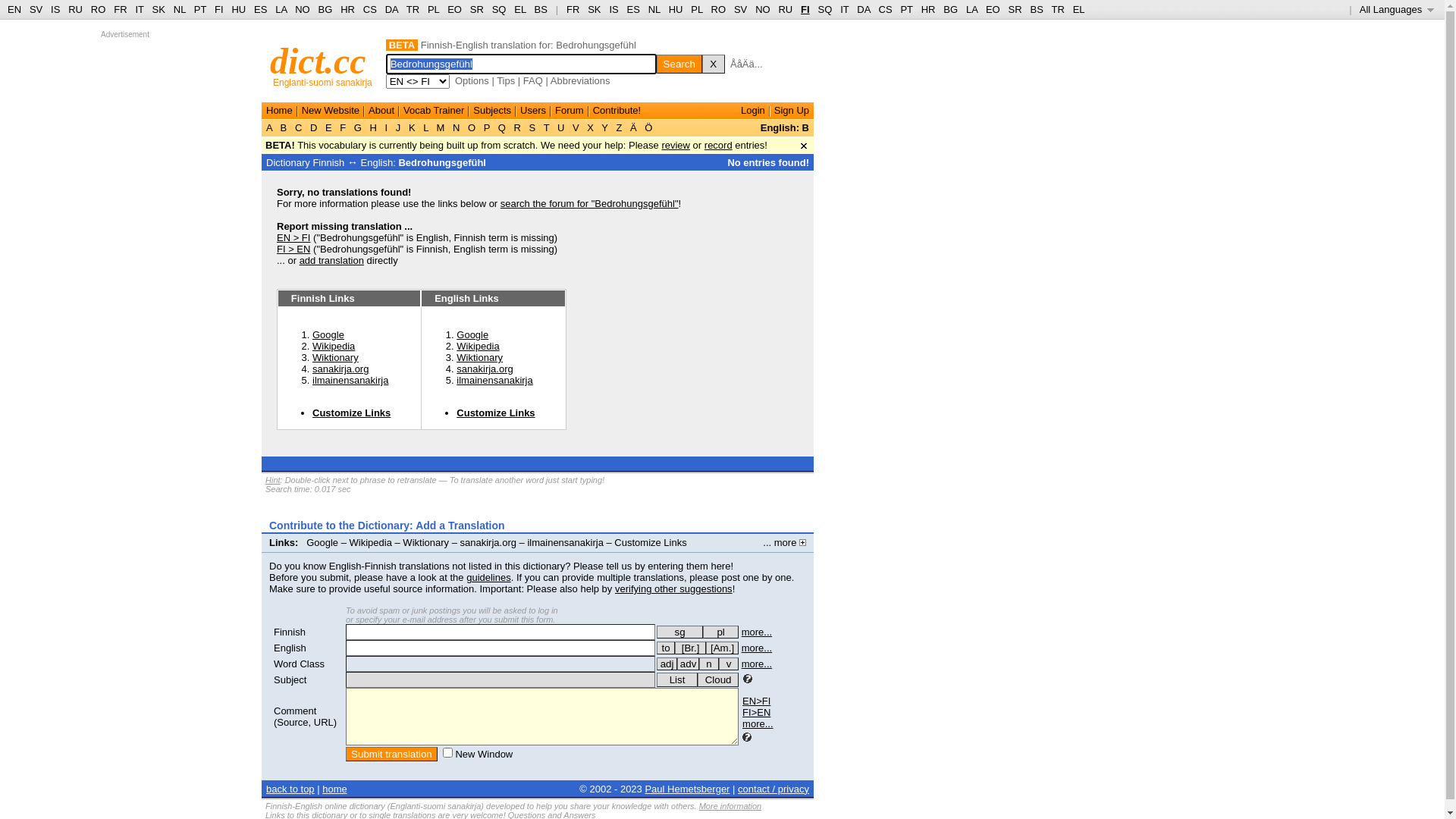  Describe the element at coordinates (790, 109) in the screenshot. I see `'Sign Up'` at that location.